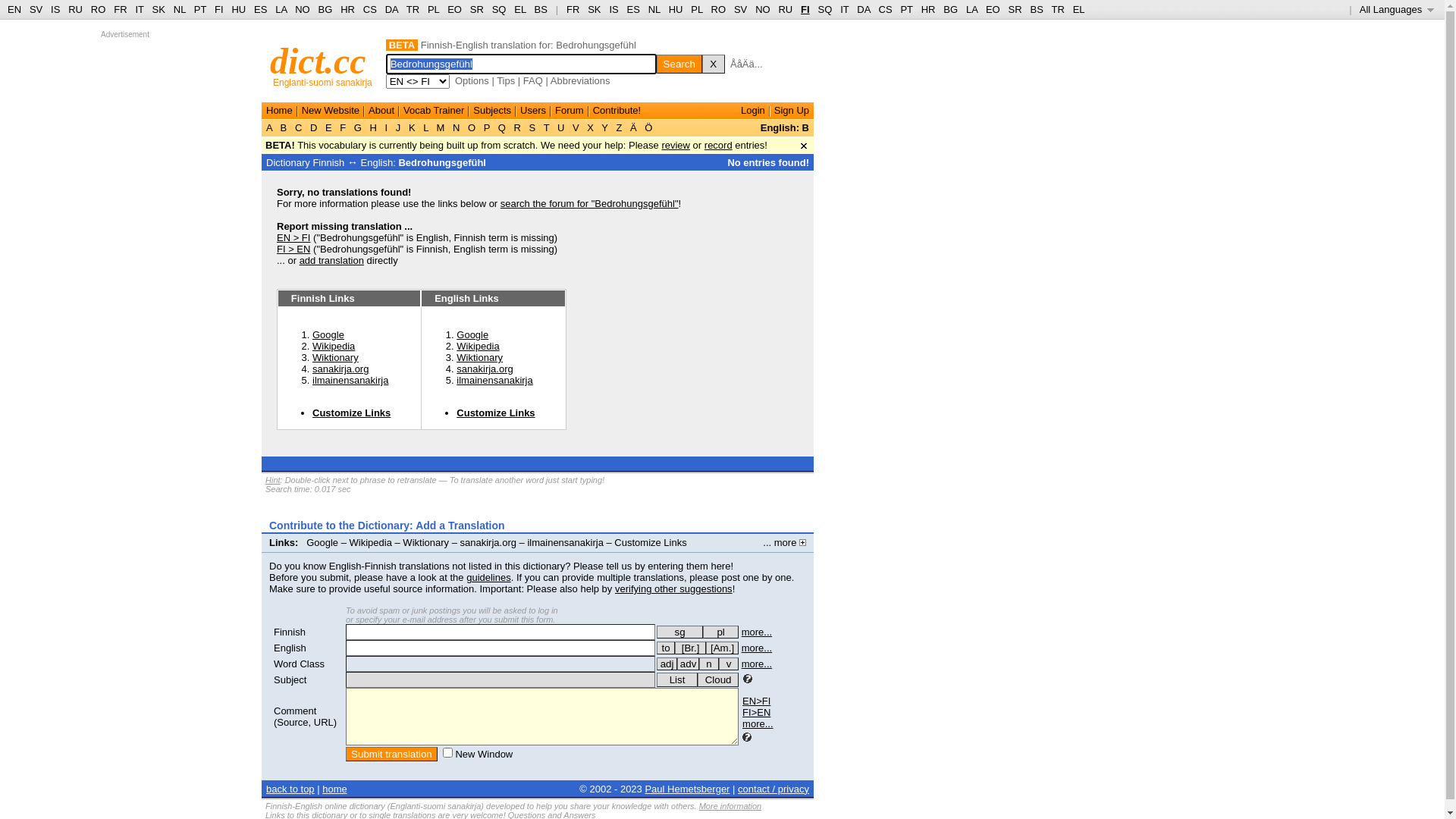  Describe the element at coordinates (790, 109) in the screenshot. I see `'Sign Up'` at that location.